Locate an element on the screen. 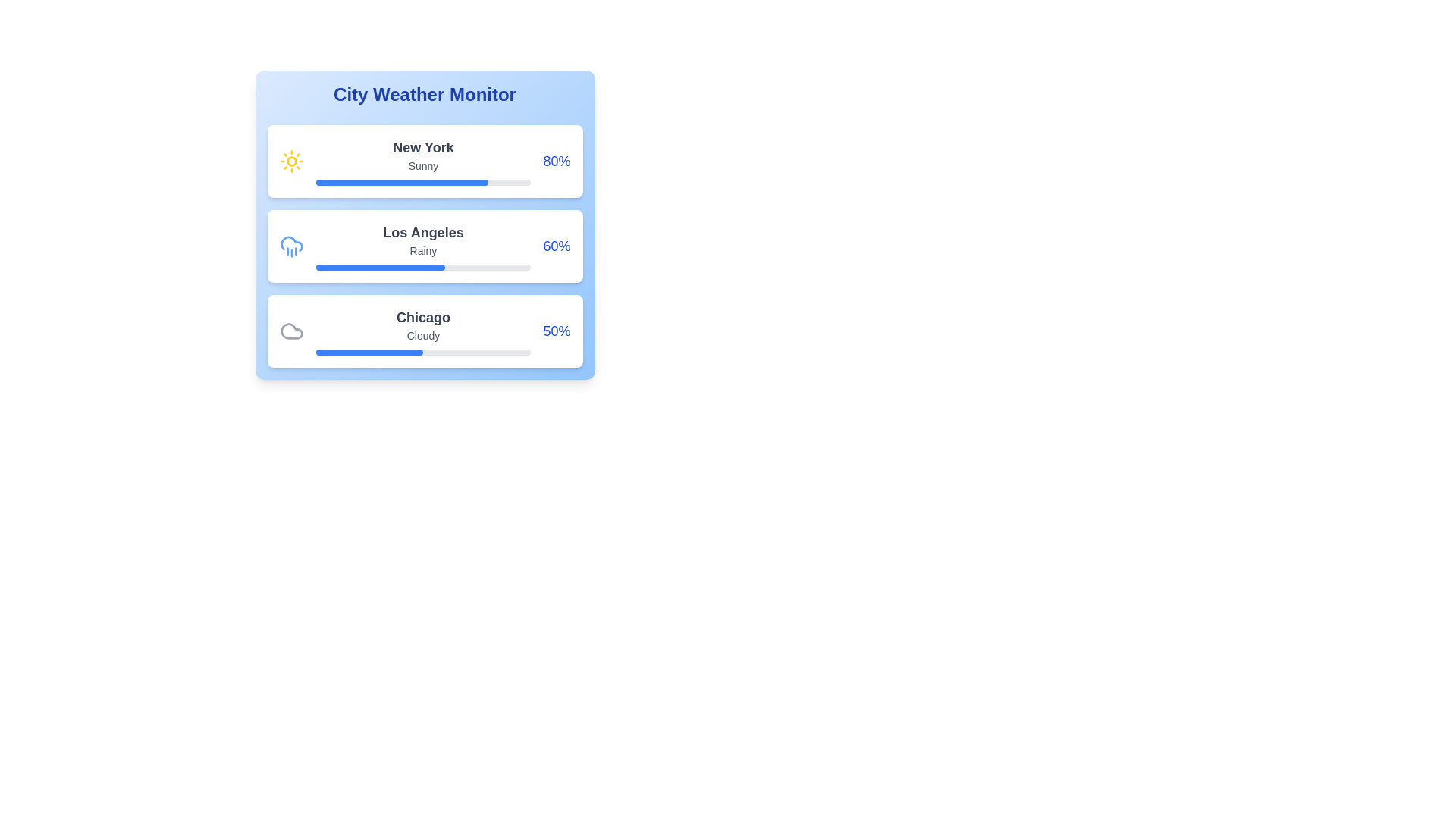 This screenshot has height=819, width=1456. text from the Label that identifies the city name 'Los Angeles', which is centrally located above the text labeled 'Rainy' within the weather information card is located at coordinates (423, 233).